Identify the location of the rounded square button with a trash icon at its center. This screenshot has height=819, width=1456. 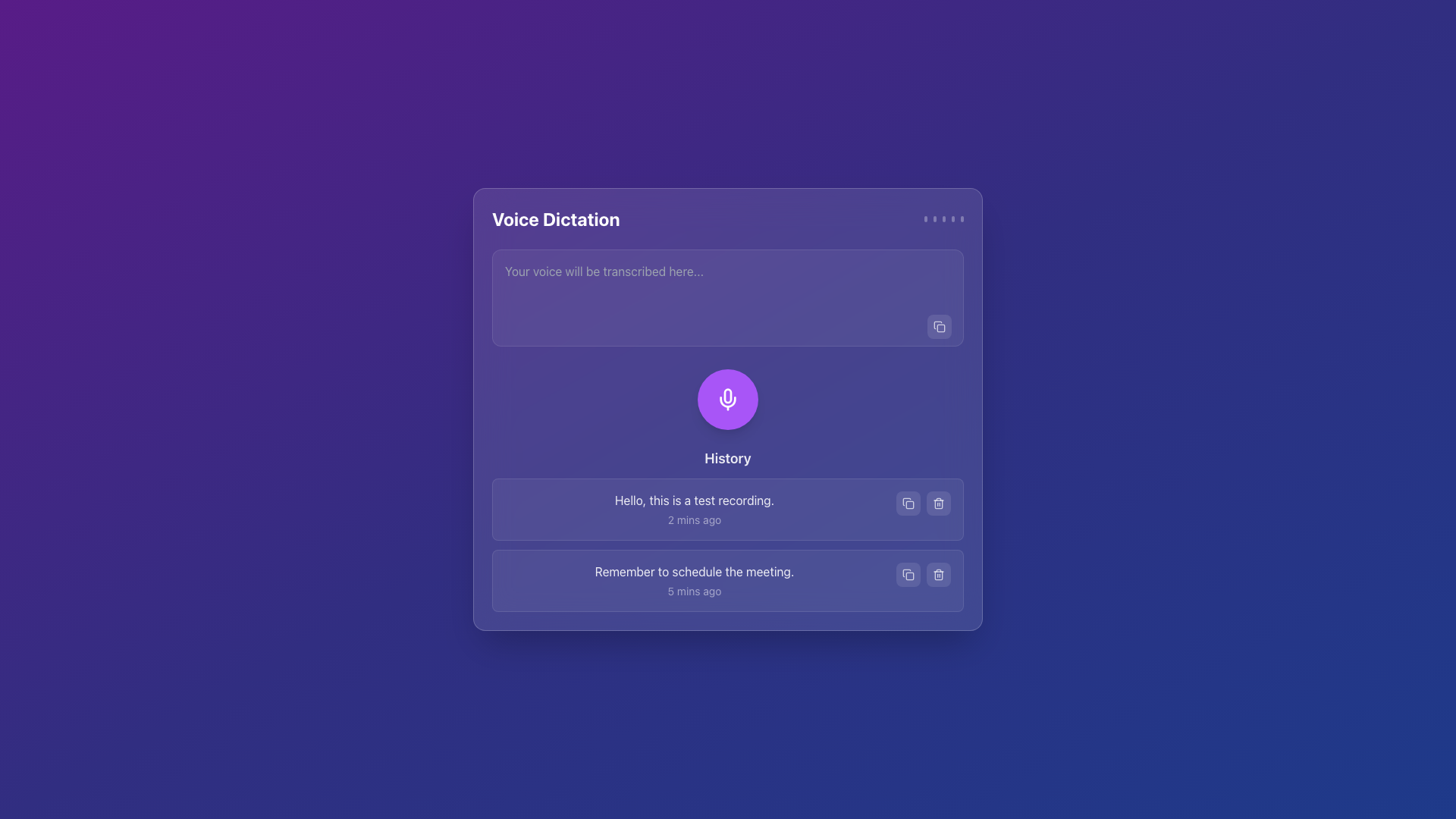
(938, 575).